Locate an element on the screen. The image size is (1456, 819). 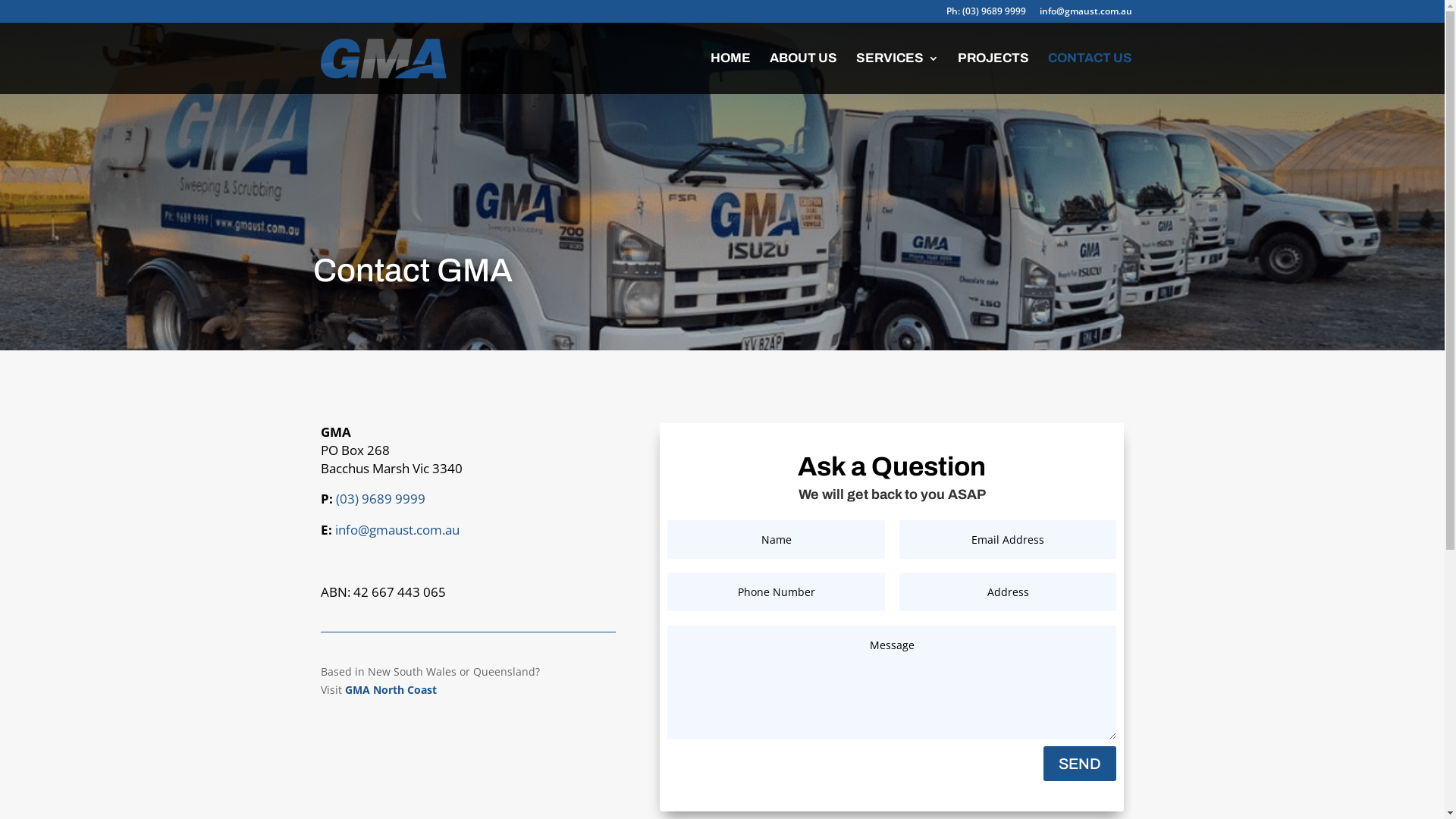
'info@gmaust.com.au' is located at coordinates (397, 529).